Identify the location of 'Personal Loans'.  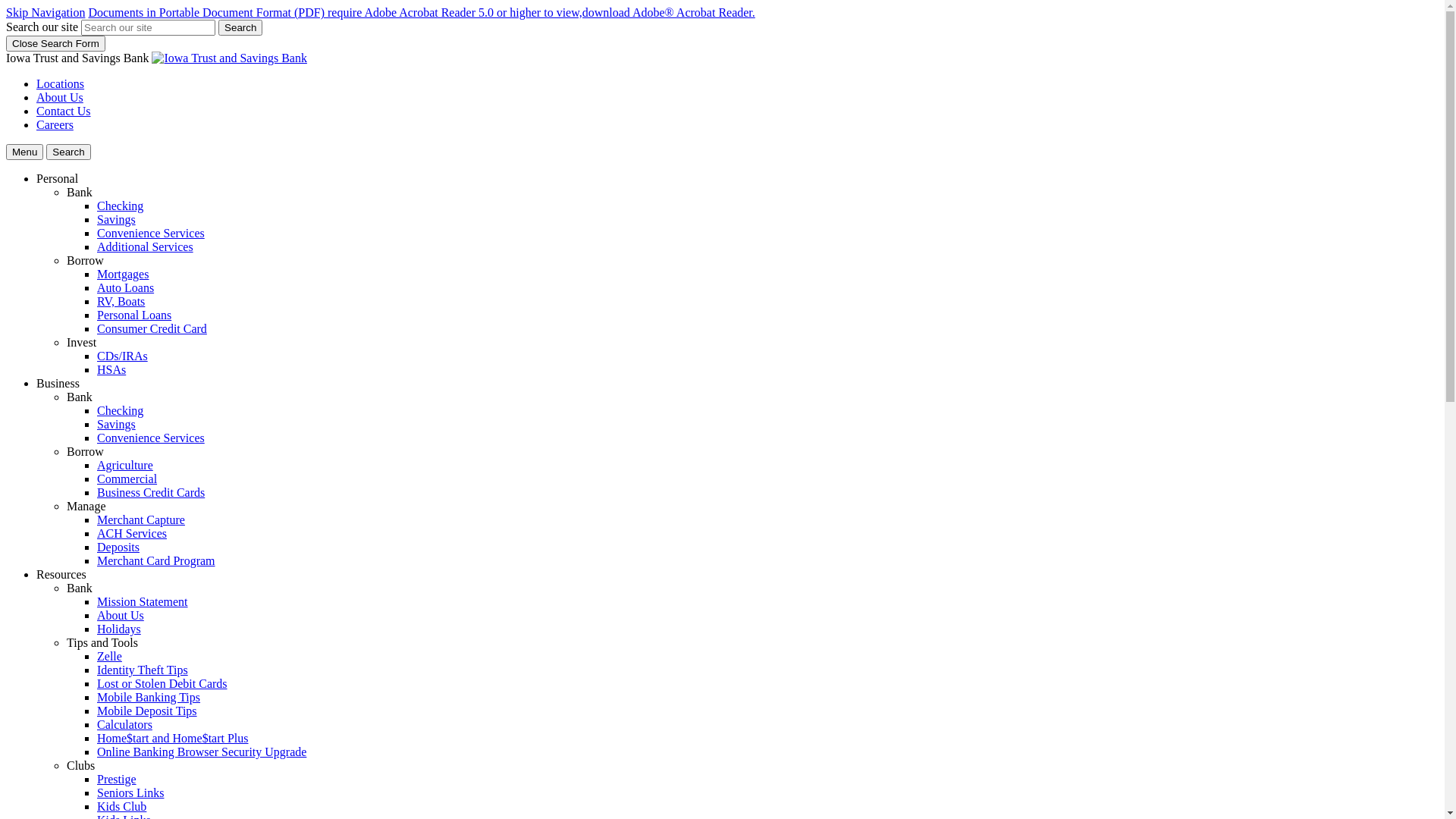
(134, 314).